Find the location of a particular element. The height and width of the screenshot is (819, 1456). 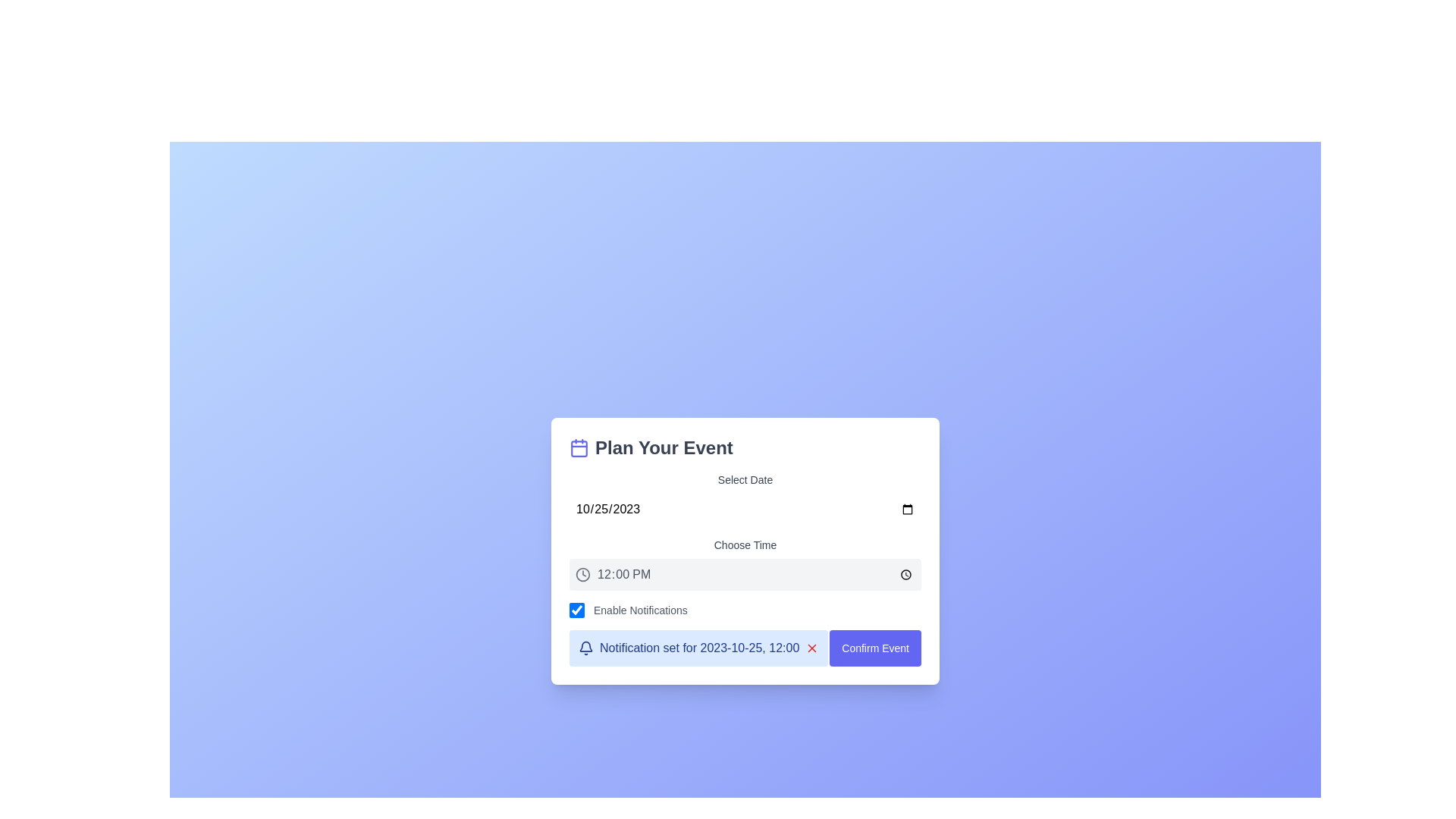

the checkbox styled with a rounded shape and a blue checkmark, located at the leftmost side of the 'Enable Notifications' section is located at coordinates (576, 610).